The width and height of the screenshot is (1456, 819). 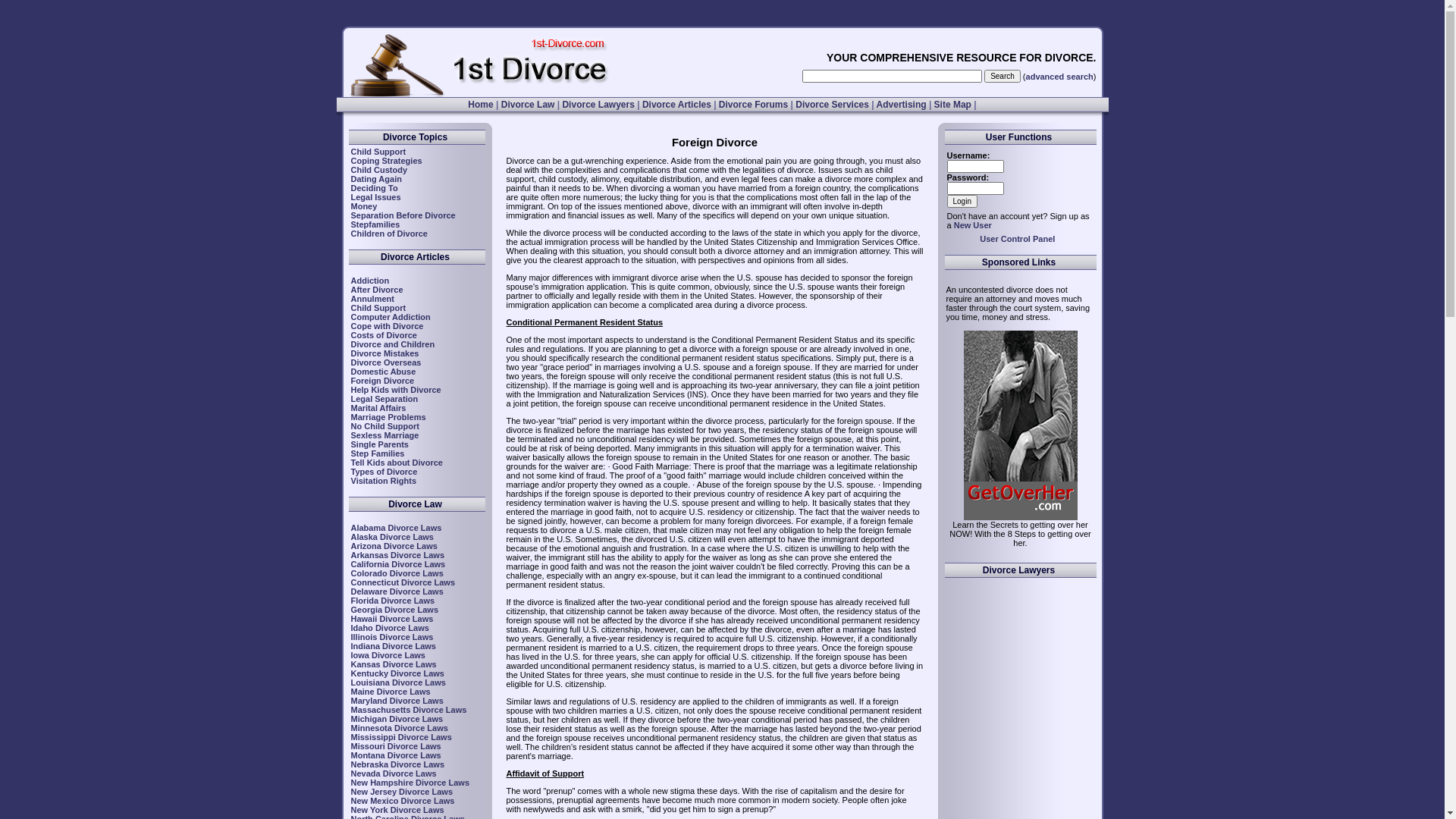 I want to click on 'Dating Again', so click(x=349, y=177).